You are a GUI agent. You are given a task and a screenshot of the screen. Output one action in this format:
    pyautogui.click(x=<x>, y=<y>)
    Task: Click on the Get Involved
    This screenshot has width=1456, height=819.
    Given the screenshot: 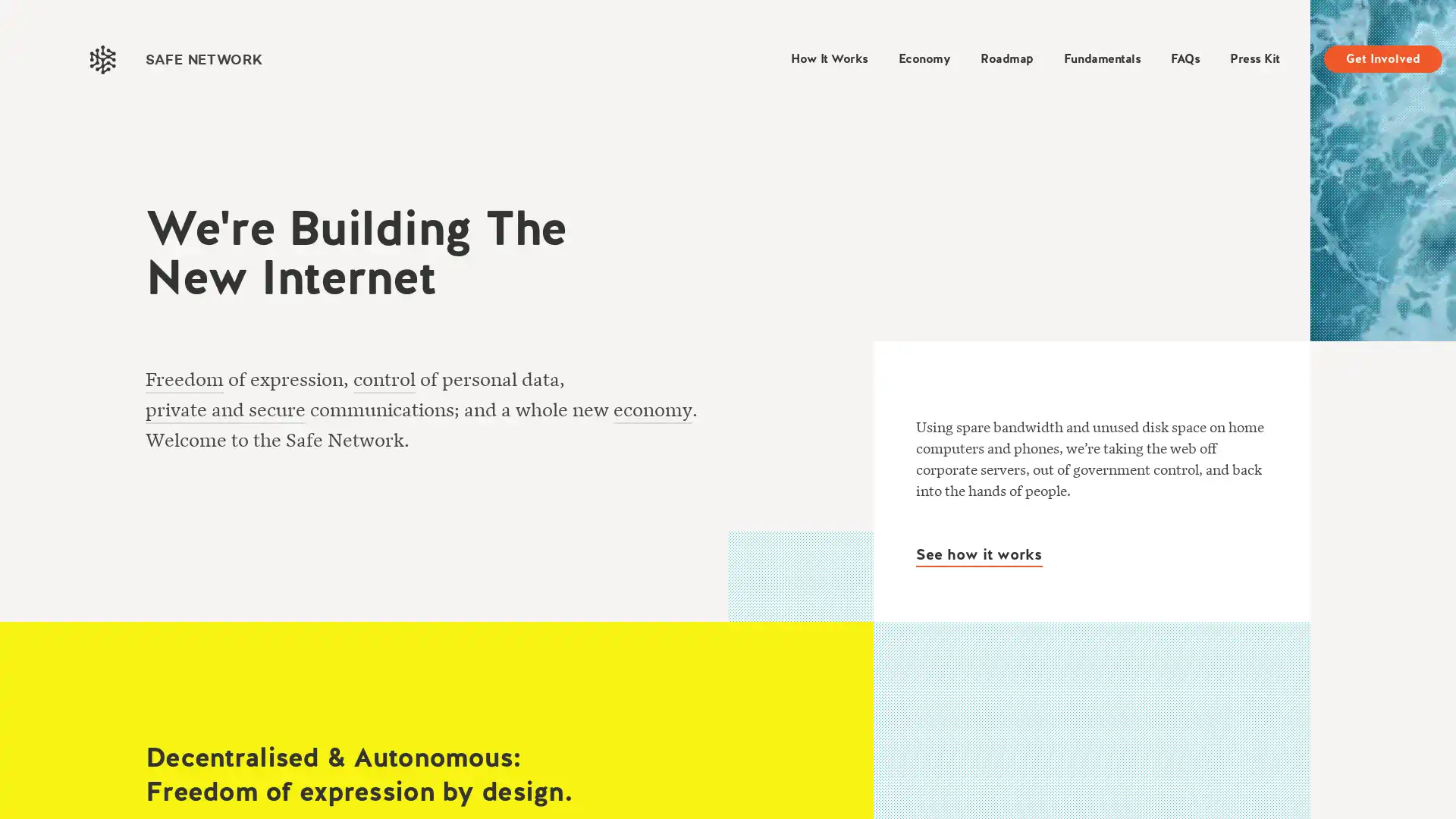 What is the action you would take?
    pyautogui.click(x=1383, y=58)
    